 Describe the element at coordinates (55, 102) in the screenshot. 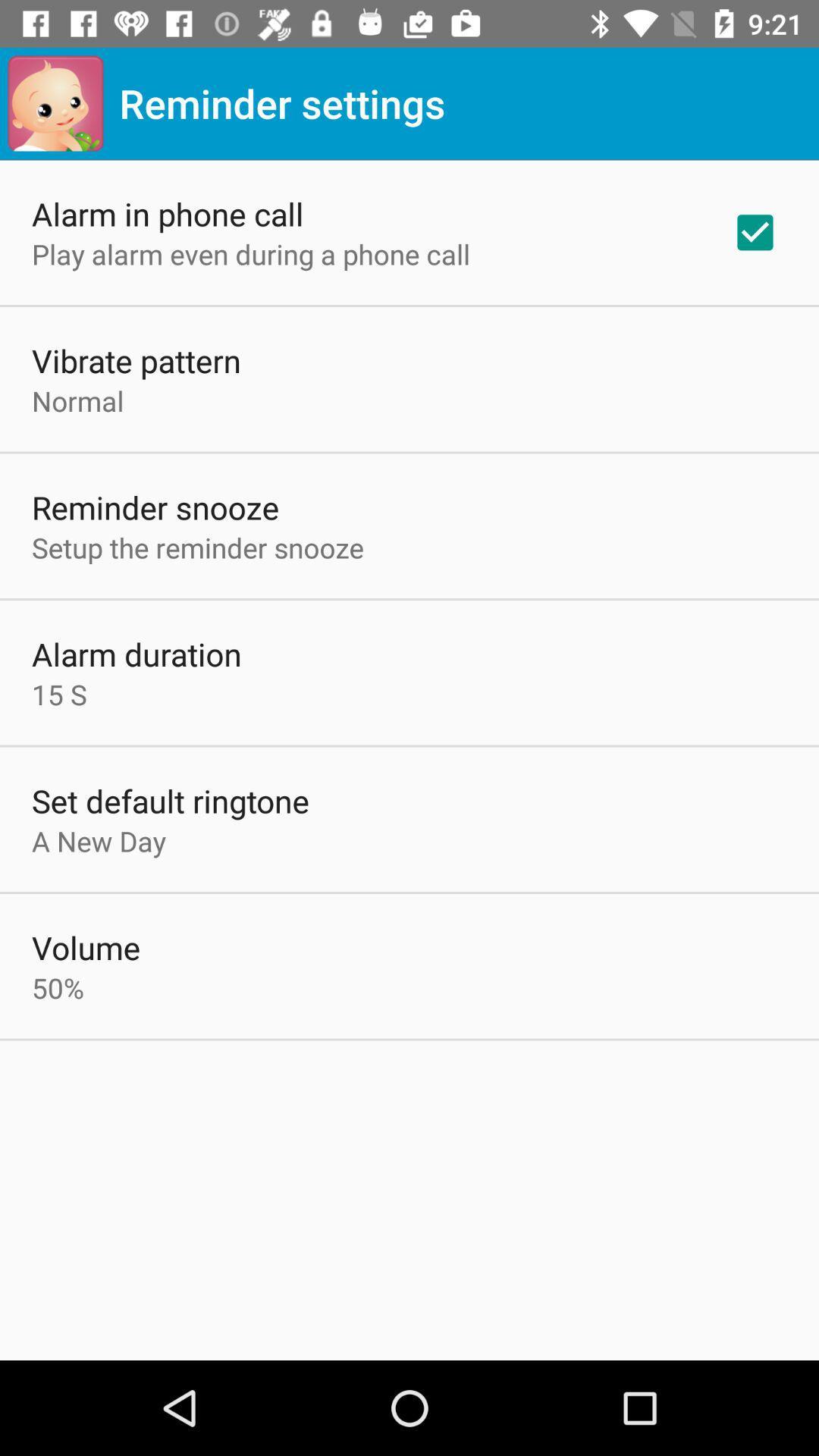

I see `the app above alarm in phone` at that location.